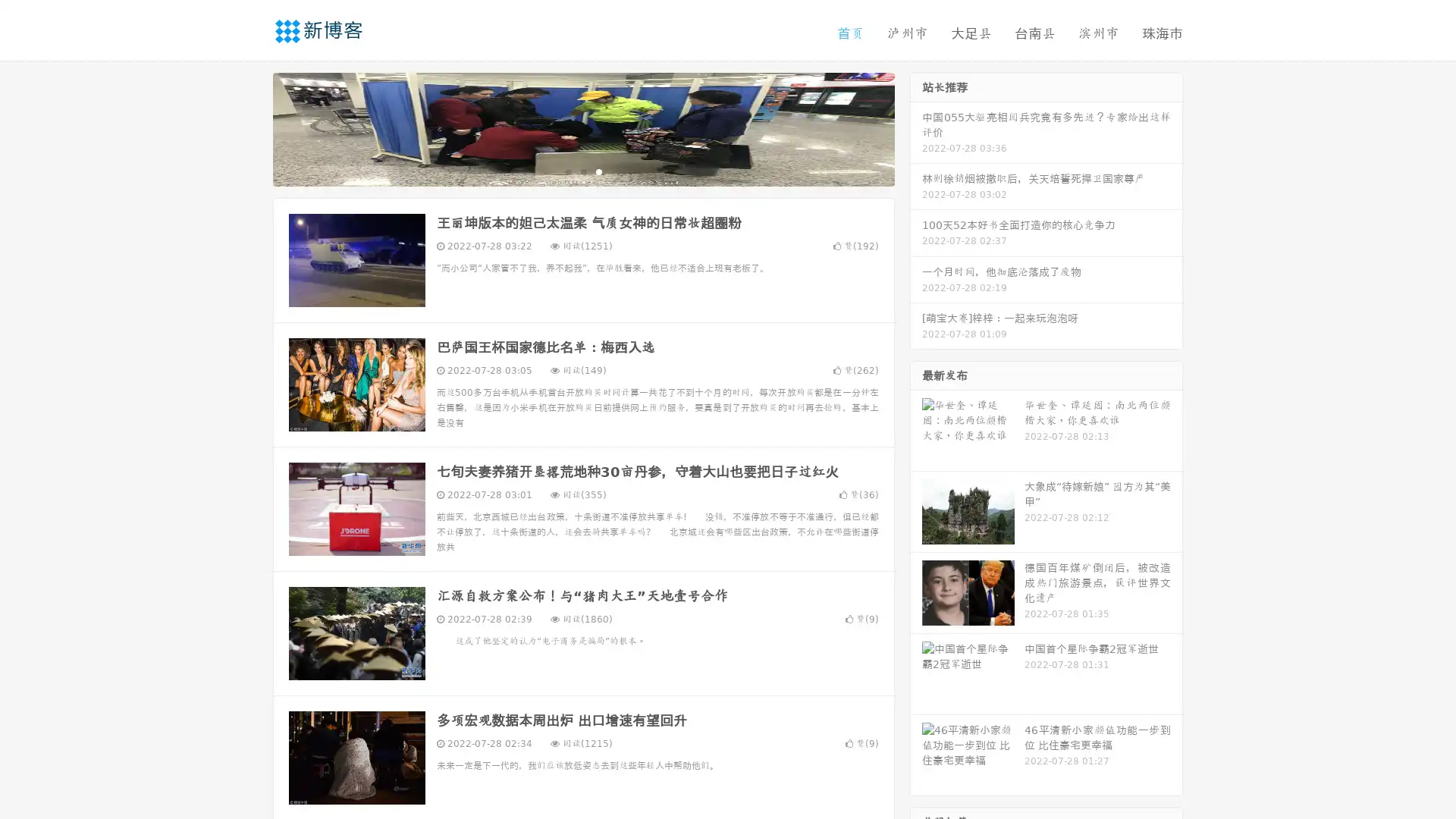  What do you see at coordinates (916, 127) in the screenshot?
I see `Next slide` at bounding box center [916, 127].